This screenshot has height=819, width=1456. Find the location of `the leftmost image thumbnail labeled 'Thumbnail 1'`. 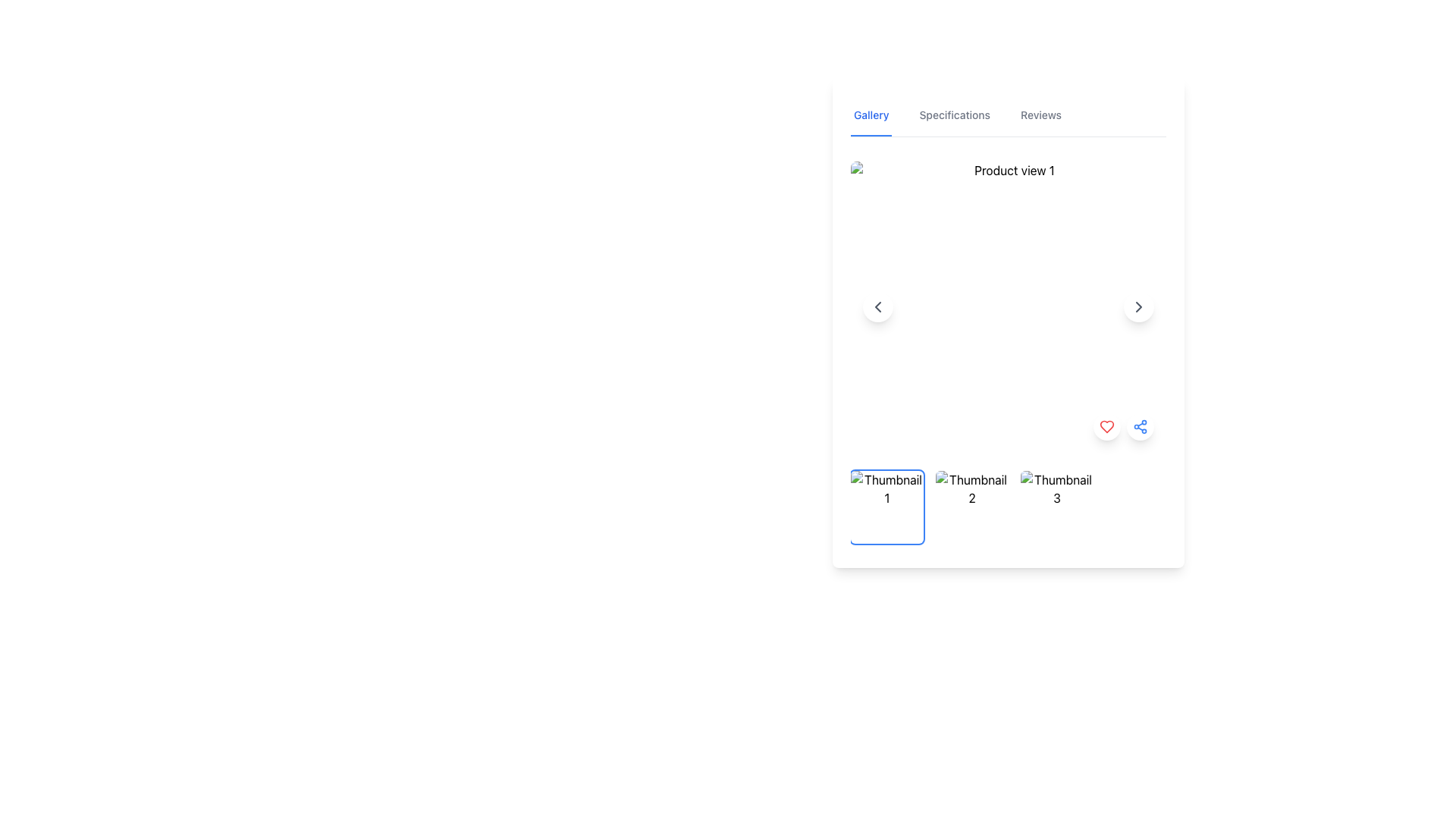

the leftmost image thumbnail labeled 'Thumbnail 1' is located at coordinates (887, 507).